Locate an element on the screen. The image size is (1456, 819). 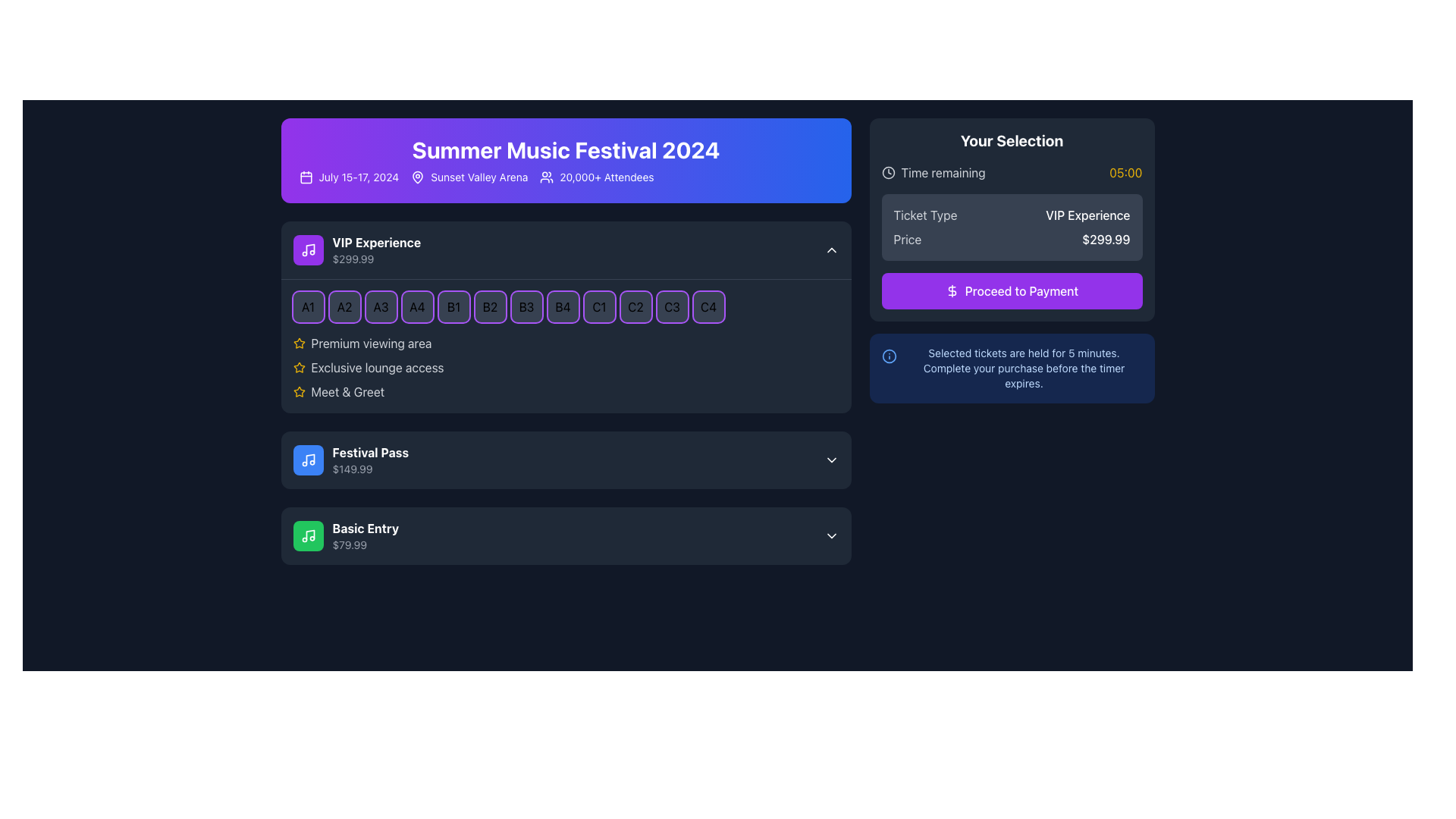
the icon button representing the 'Festival Pass' option is located at coordinates (307, 459).